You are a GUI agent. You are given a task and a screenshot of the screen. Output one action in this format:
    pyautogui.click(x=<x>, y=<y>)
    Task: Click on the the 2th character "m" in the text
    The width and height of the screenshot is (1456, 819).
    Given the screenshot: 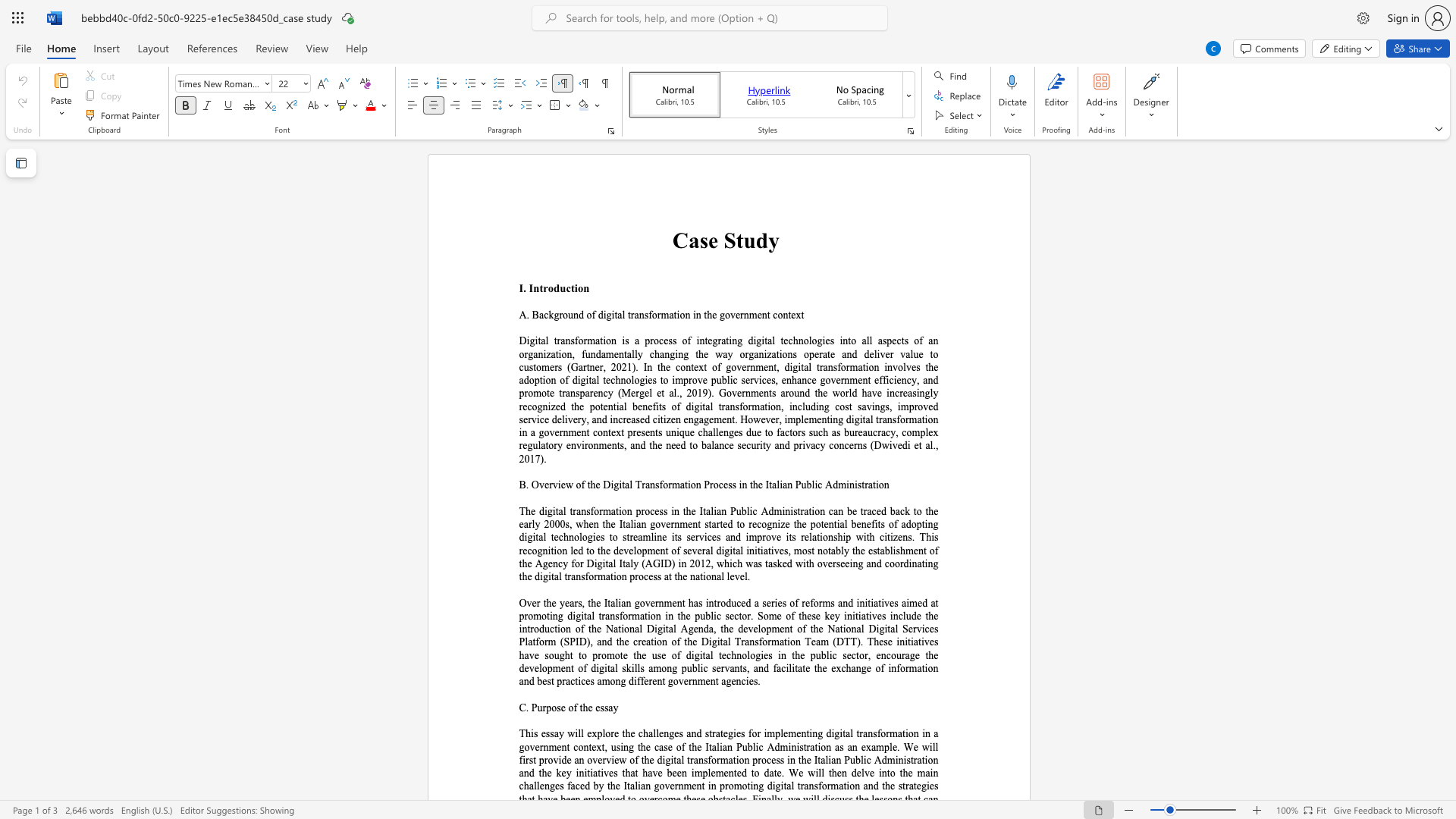 What is the action you would take?
    pyautogui.click(x=753, y=314)
    